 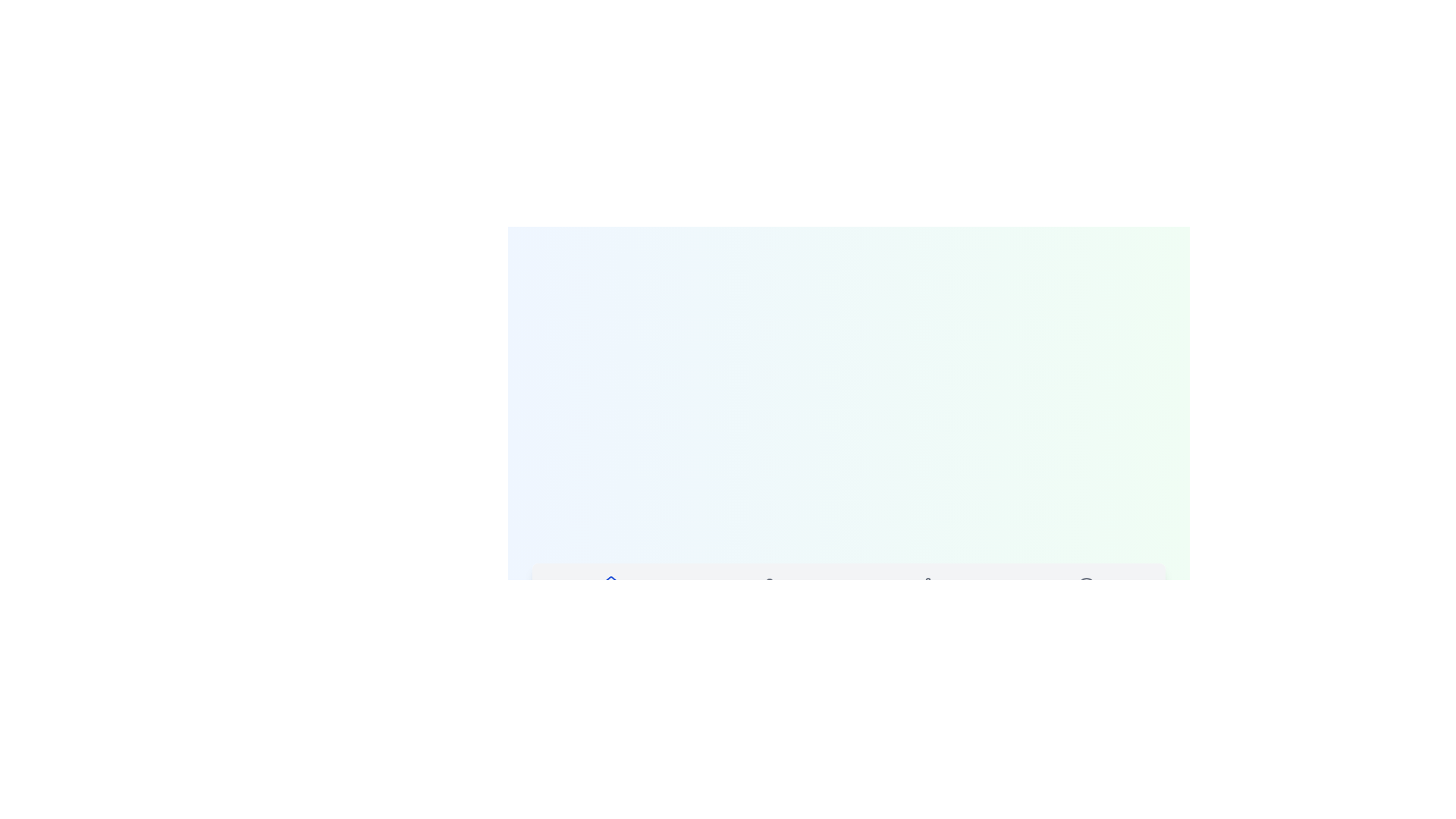 I want to click on the icon of the tab labeled Dashboard, so click(x=611, y=583).